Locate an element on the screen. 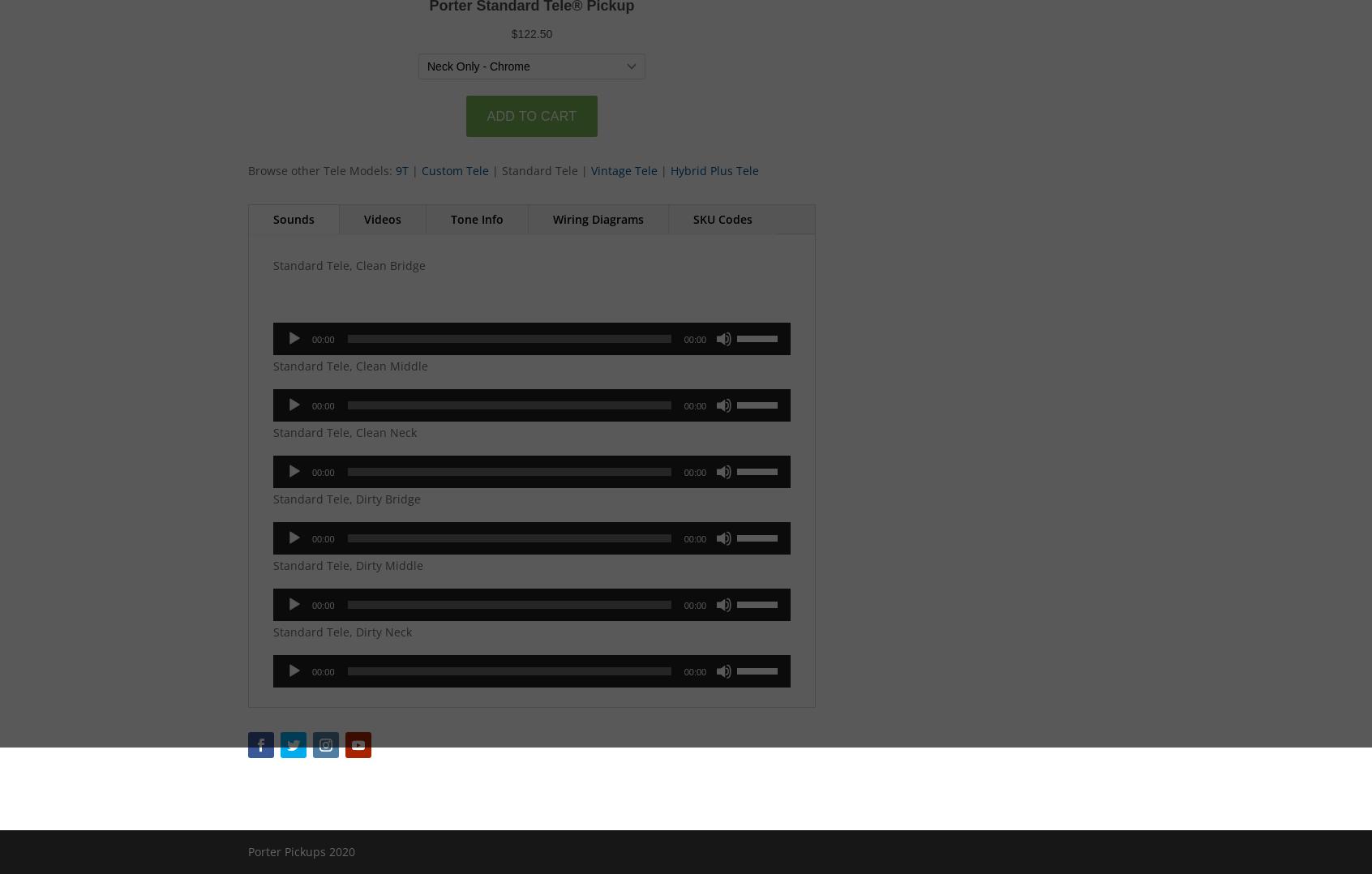  'Standard Tele, Dirty Middle' is located at coordinates (347, 564).